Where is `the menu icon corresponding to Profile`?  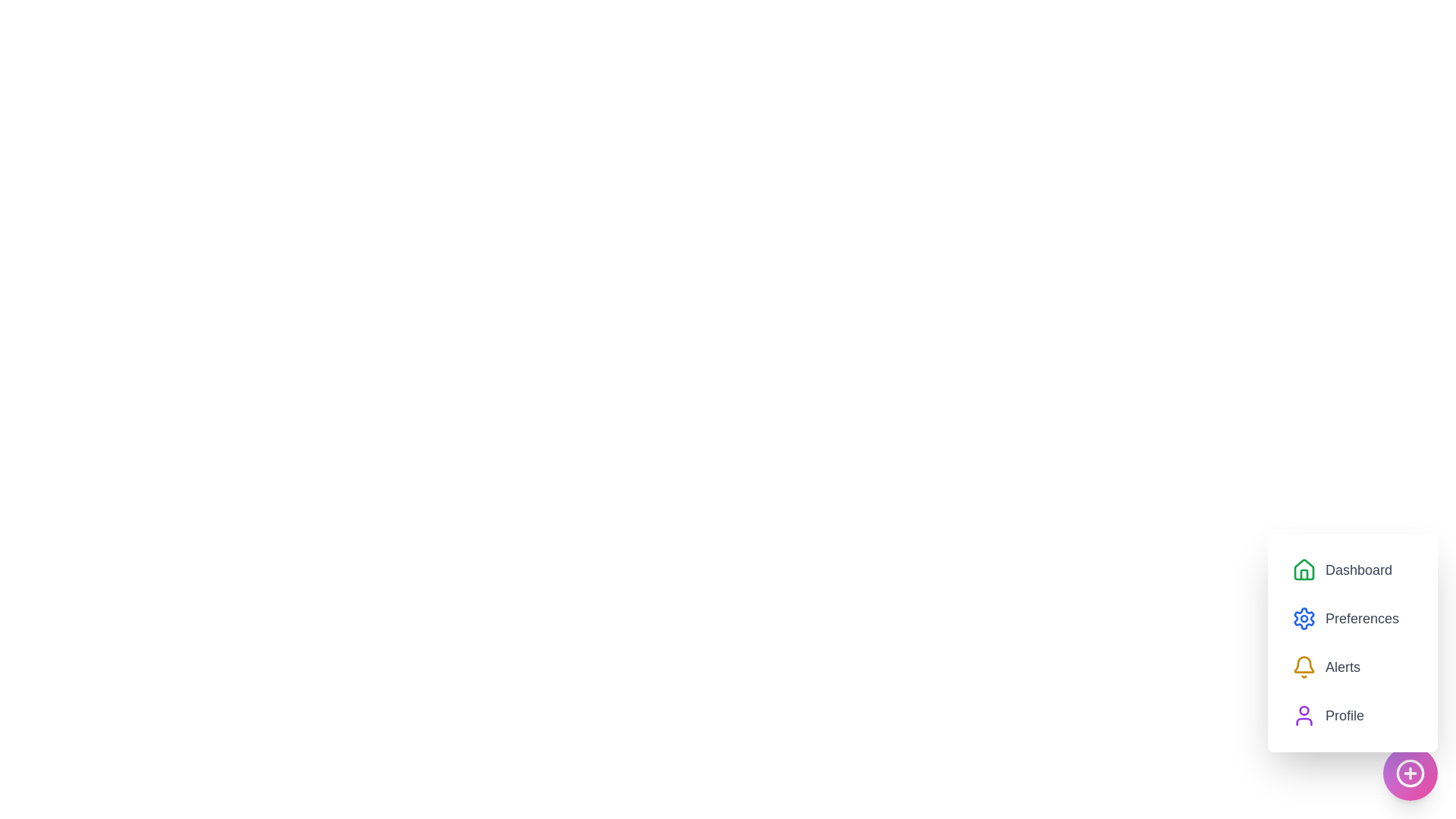
the menu icon corresponding to Profile is located at coordinates (1303, 716).